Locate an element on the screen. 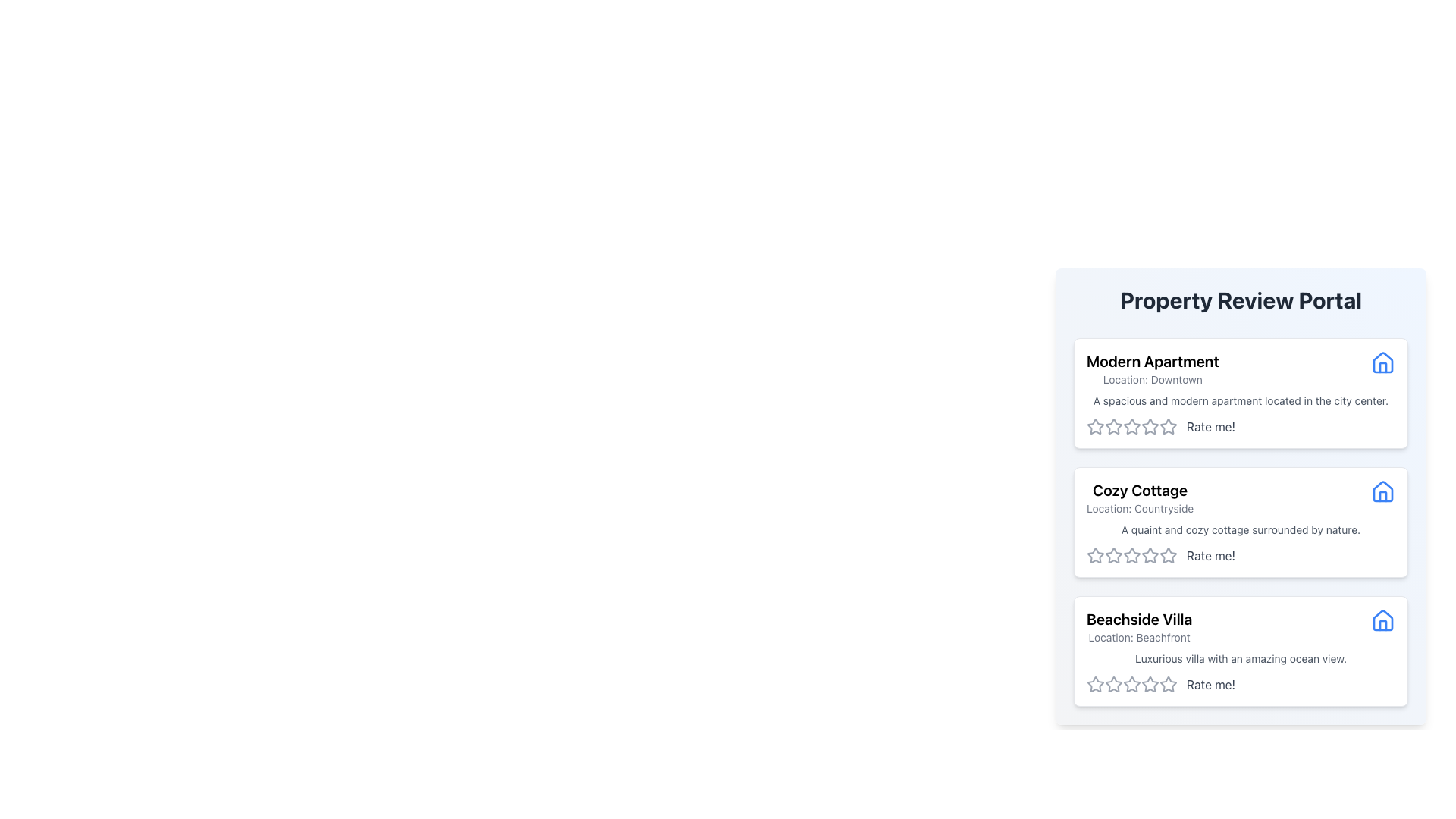 The width and height of the screenshot is (1456, 819). textual description for the 'Cozy Cottage' listing, located below the 'Location: Countryside' text and above the rating stars section is located at coordinates (1241, 529).